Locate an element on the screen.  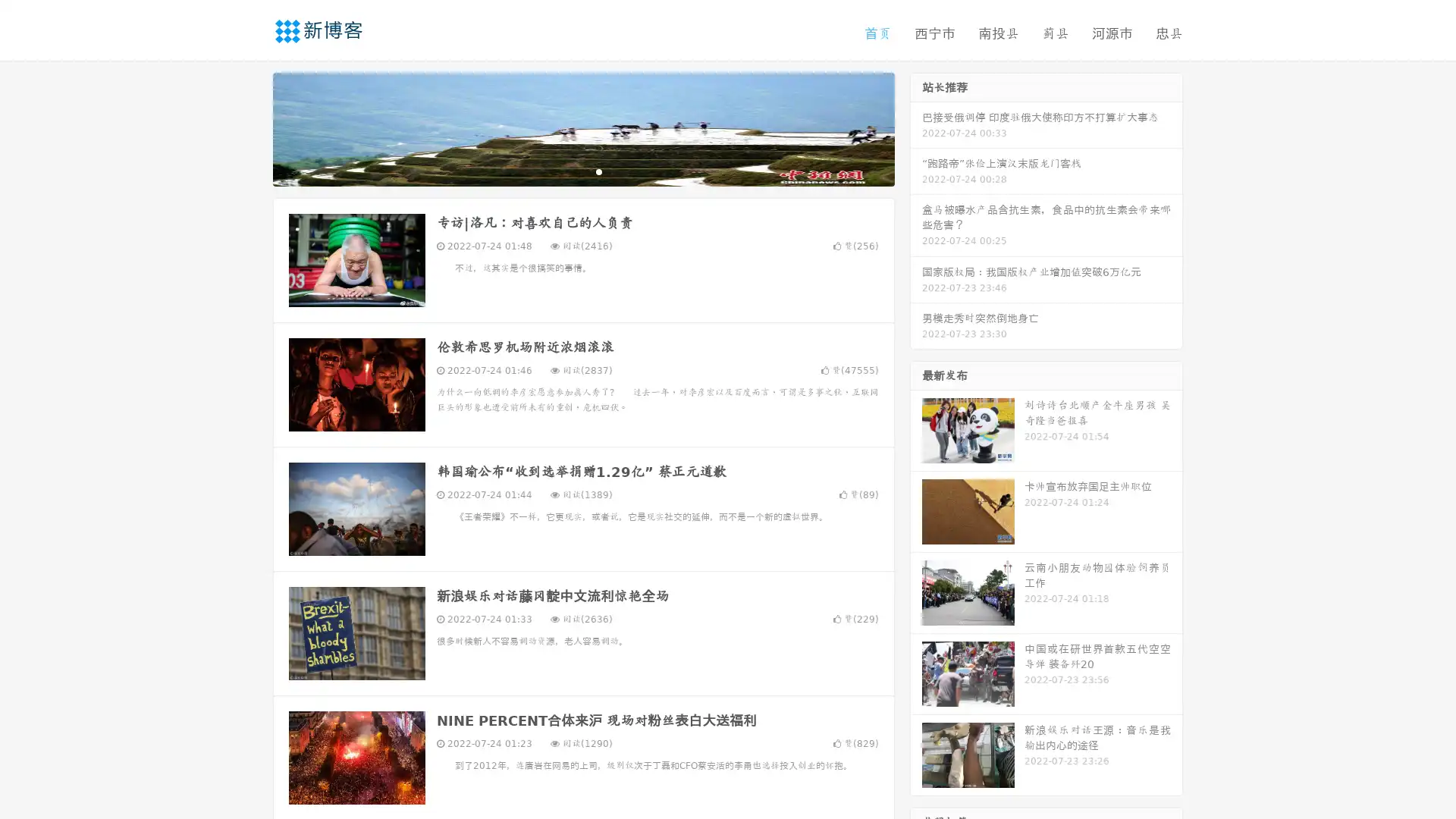
Previous slide is located at coordinates (250, 127).